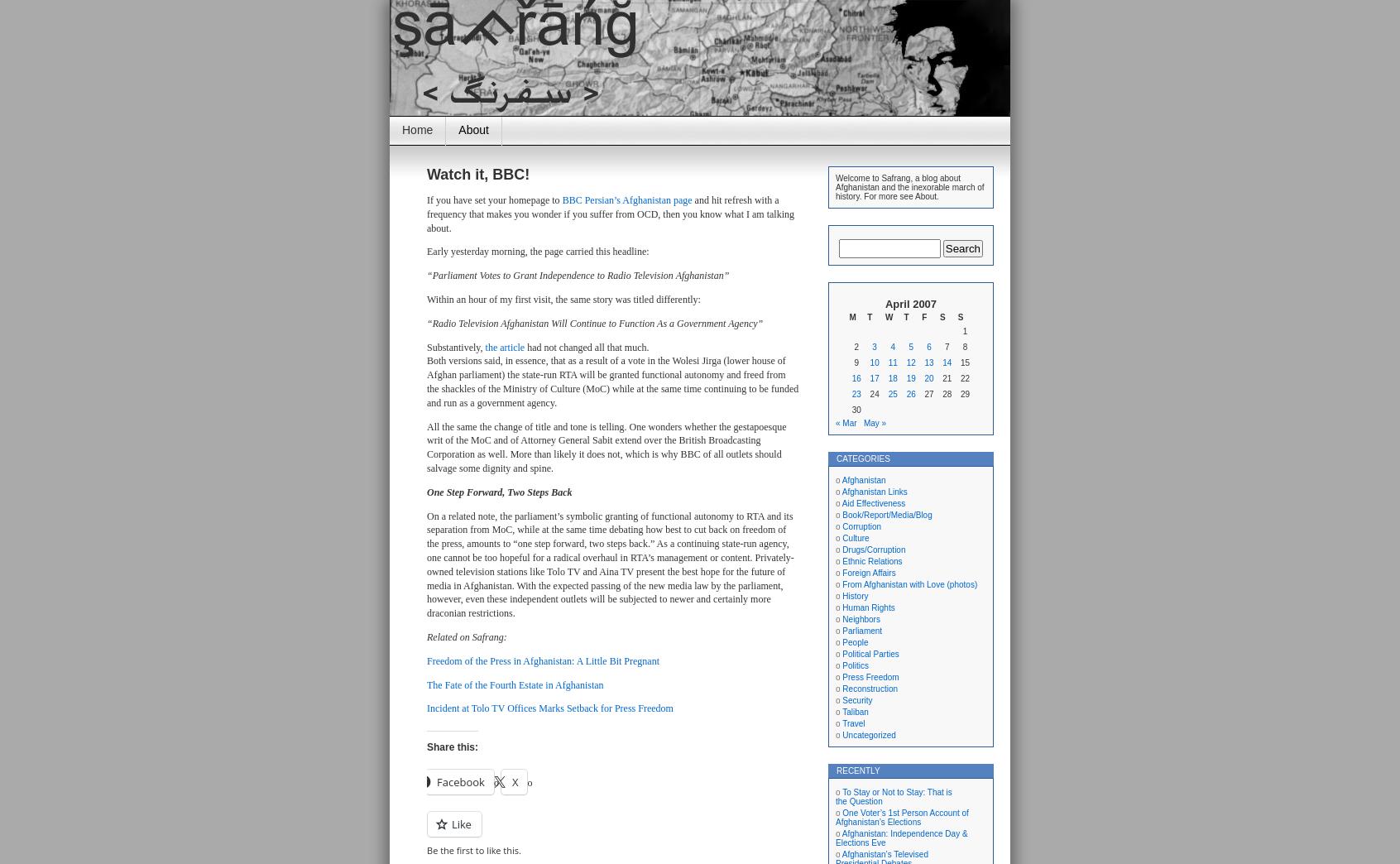 The width and height of the screenshot is (1400, 864). What do you see at coordinates (892, 394) in the screenshot?
I see `'25'` at bounding box center [892, 394].